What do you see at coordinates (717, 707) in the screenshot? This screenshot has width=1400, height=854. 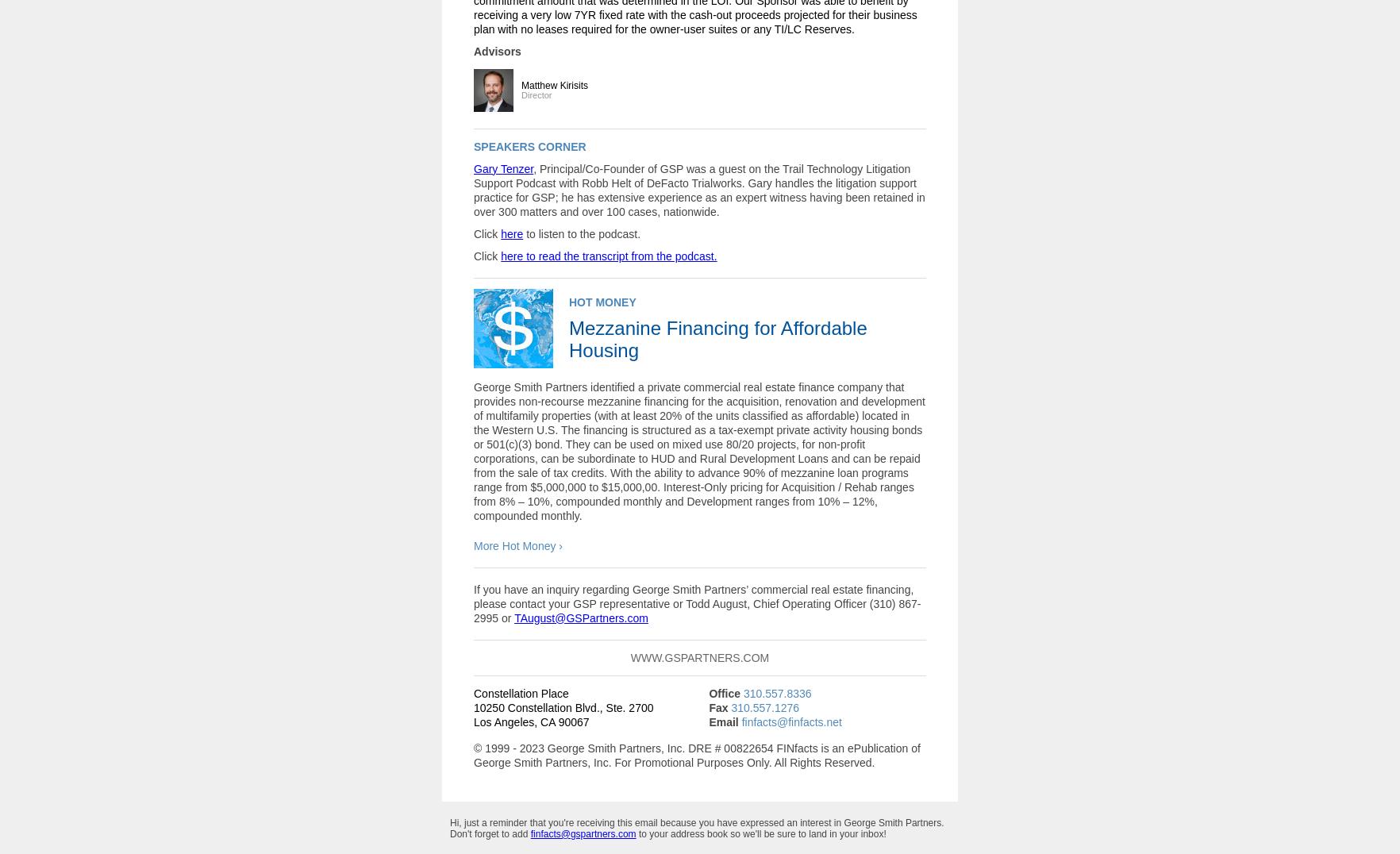 I see `'Fax'` at bounding box center [717, 707].